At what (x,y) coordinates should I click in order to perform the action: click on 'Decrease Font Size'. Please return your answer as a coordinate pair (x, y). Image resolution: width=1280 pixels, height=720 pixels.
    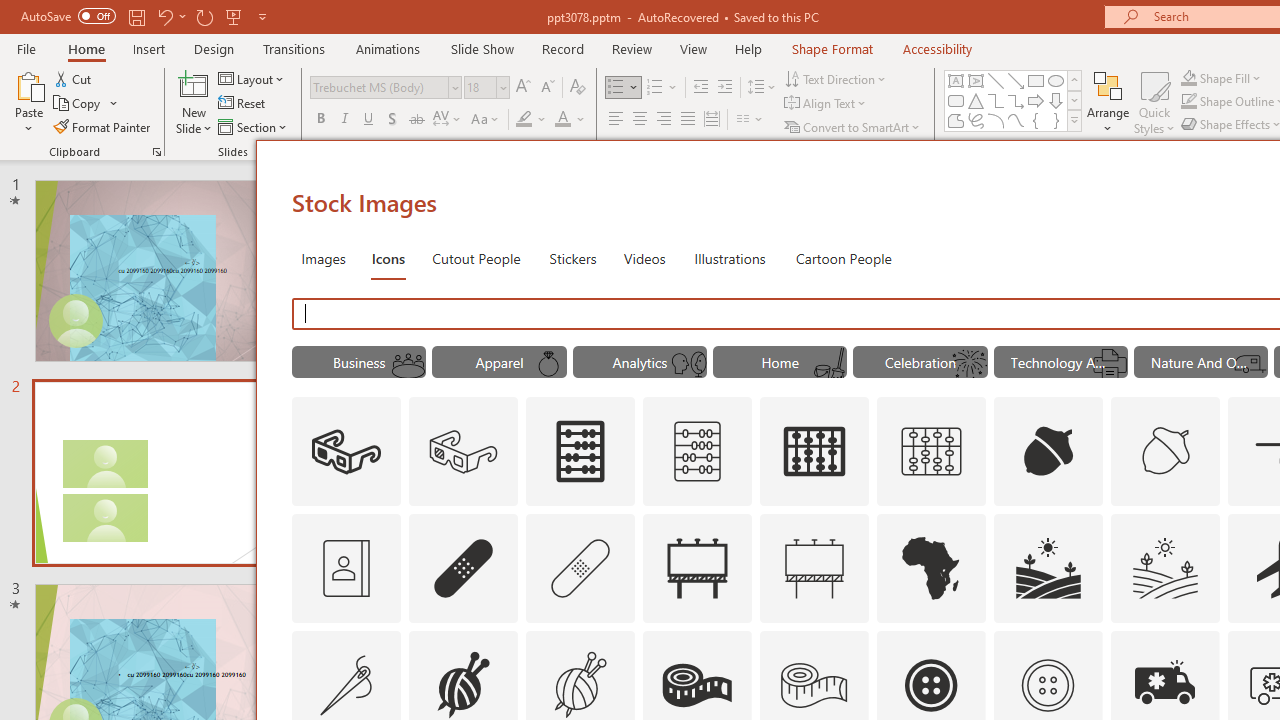
    Looking at the image, I should click on (547, 86).